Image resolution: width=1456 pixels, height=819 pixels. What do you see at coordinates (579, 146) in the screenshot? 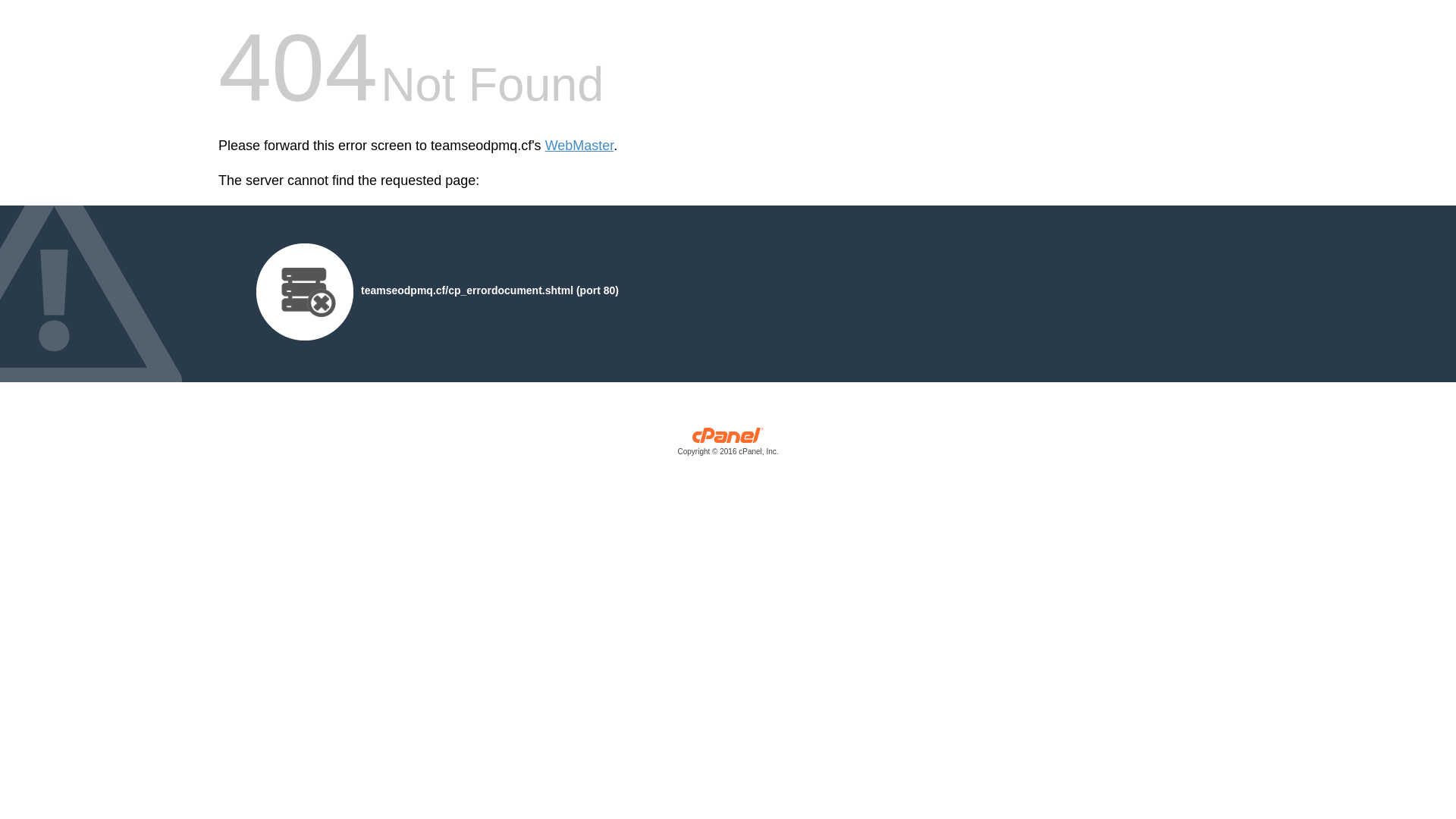
I see `'WebMaster'` at bounding box center [579, 146].